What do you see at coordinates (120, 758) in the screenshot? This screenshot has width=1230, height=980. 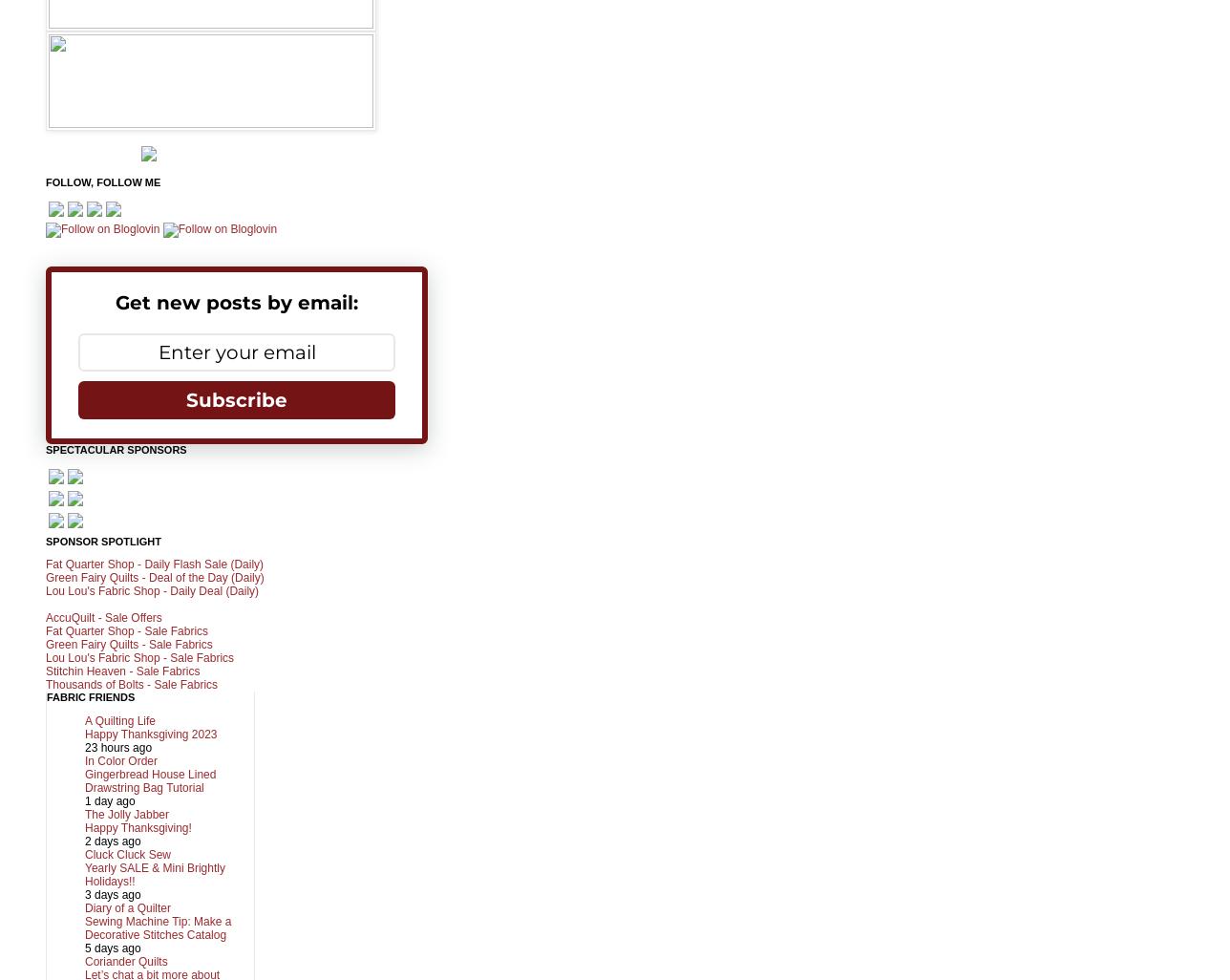 I see `'In Color Order'` at bounding box center [120, 758].